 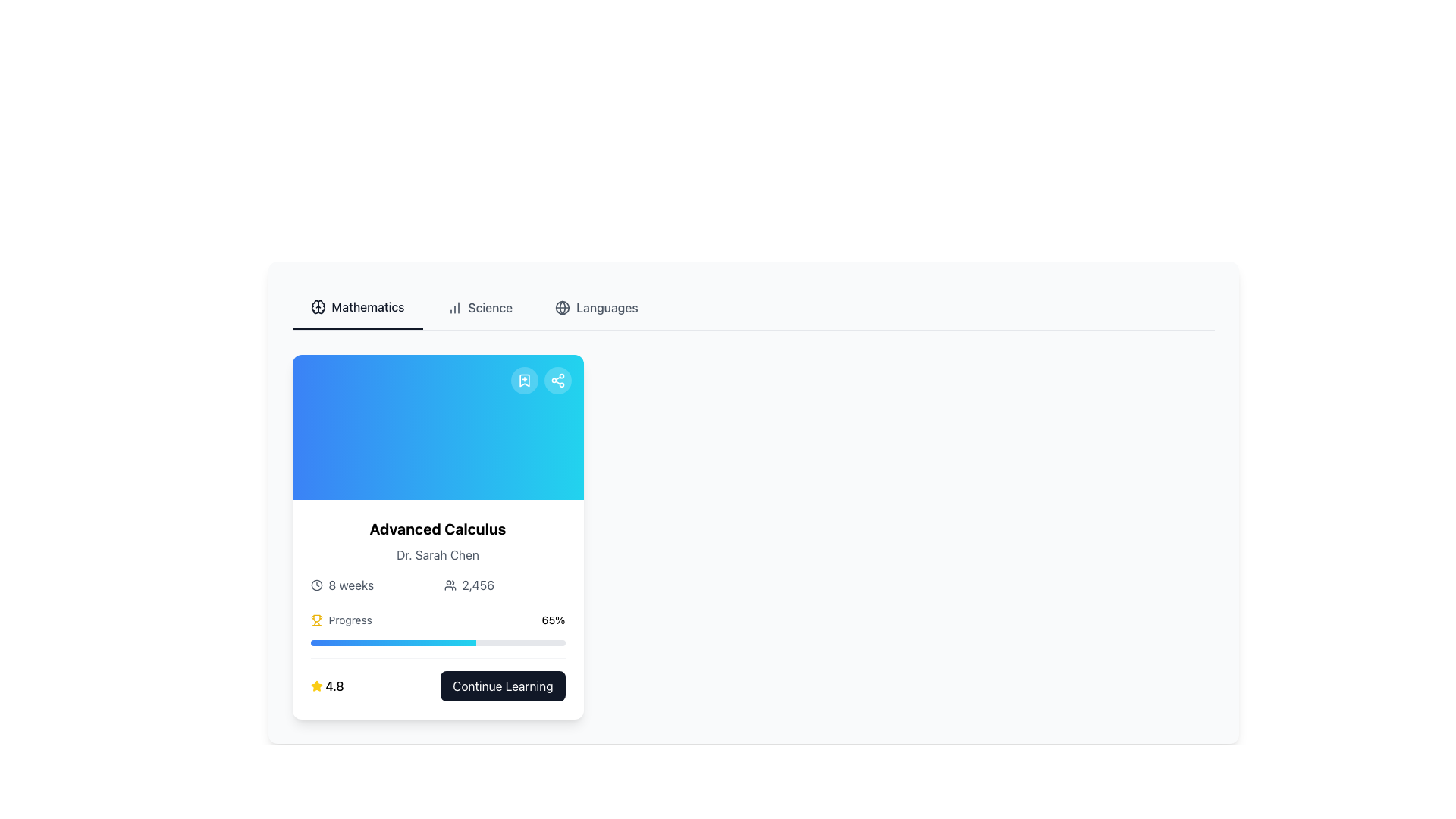 What do you see at coordinates (315, 584) in the screenshot?
I see `the circle element in the SVG graphic that represents a clock, located near the center of the icon in the 'Advanced Calculus' card` at bounding box center [315, 584].